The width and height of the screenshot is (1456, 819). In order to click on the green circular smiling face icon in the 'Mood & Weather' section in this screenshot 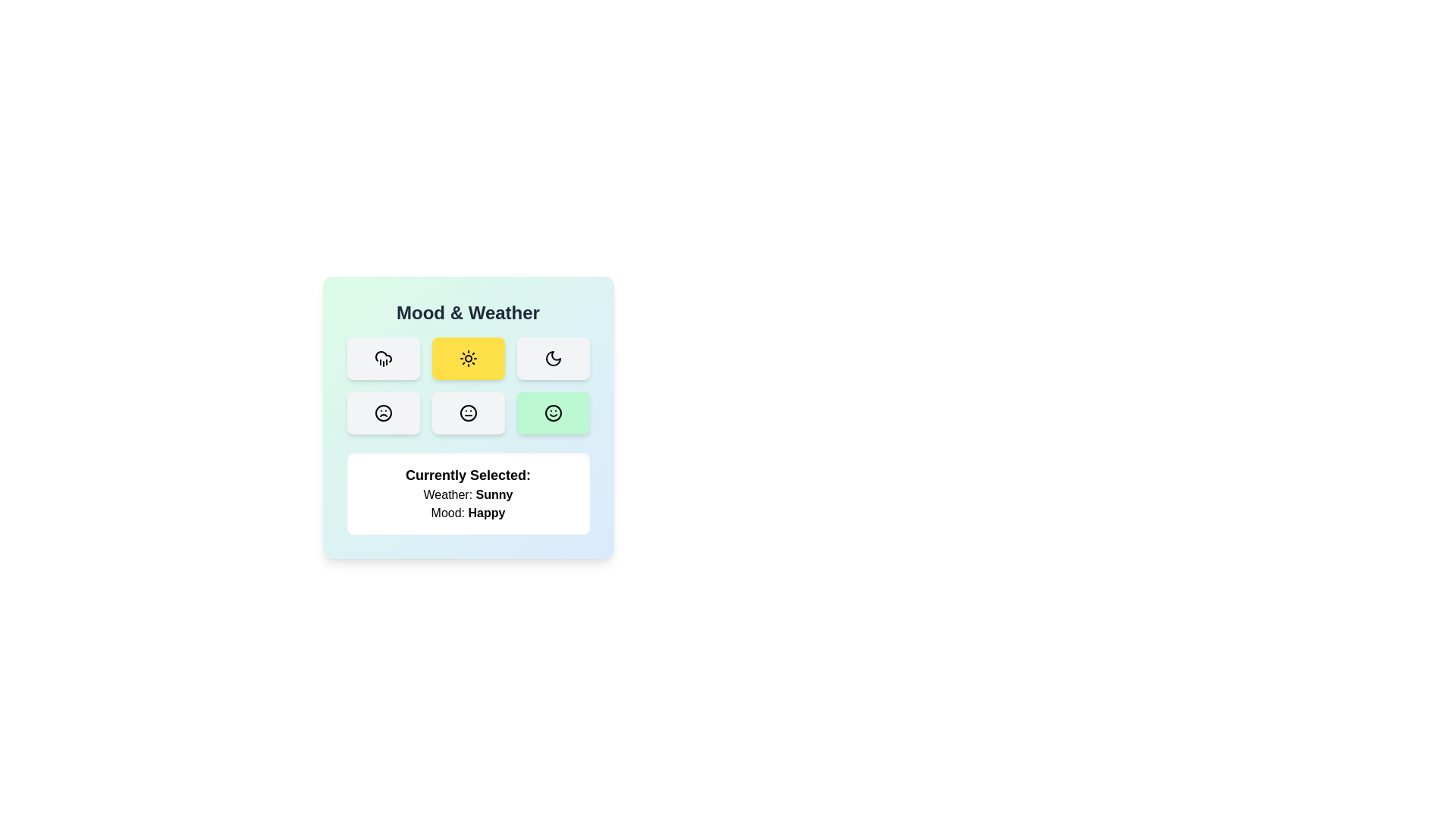, I will do `click(552, 413)`.